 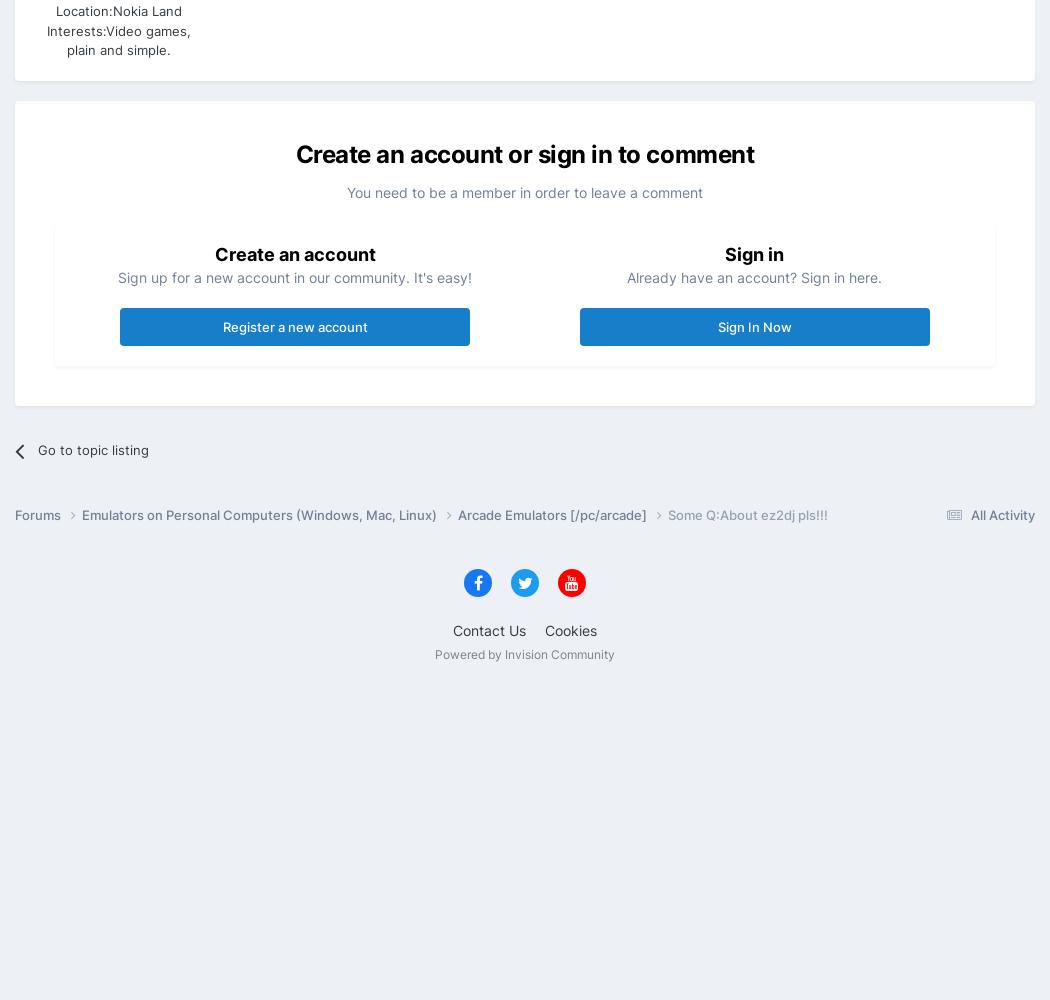 I want to click on 'Location:', so click(x=84, y=11).